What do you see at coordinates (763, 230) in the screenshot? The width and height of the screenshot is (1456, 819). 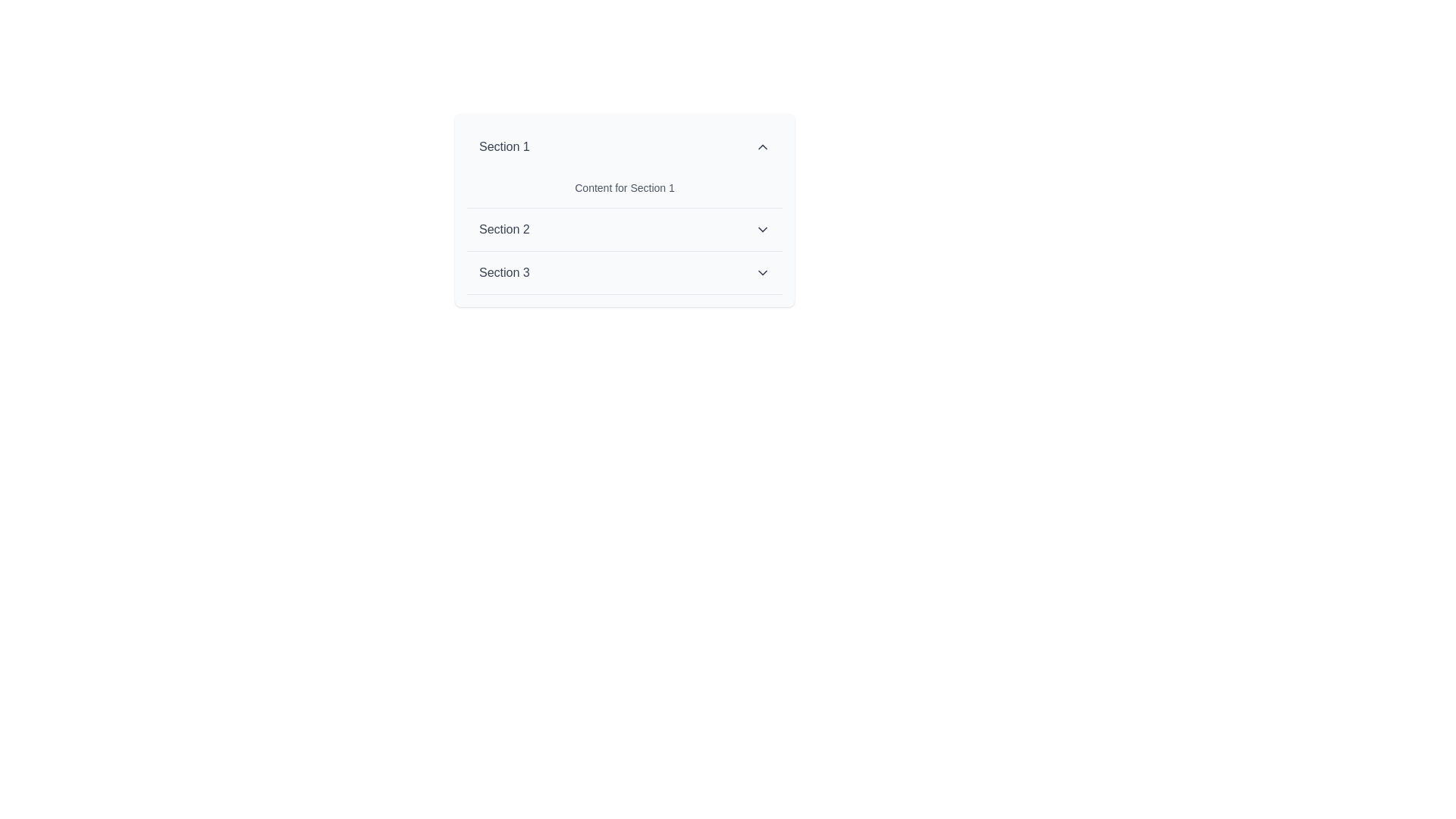 I see `the chevron icon to the right of the 'Section 2' heading` at bounding box center [763, 230].